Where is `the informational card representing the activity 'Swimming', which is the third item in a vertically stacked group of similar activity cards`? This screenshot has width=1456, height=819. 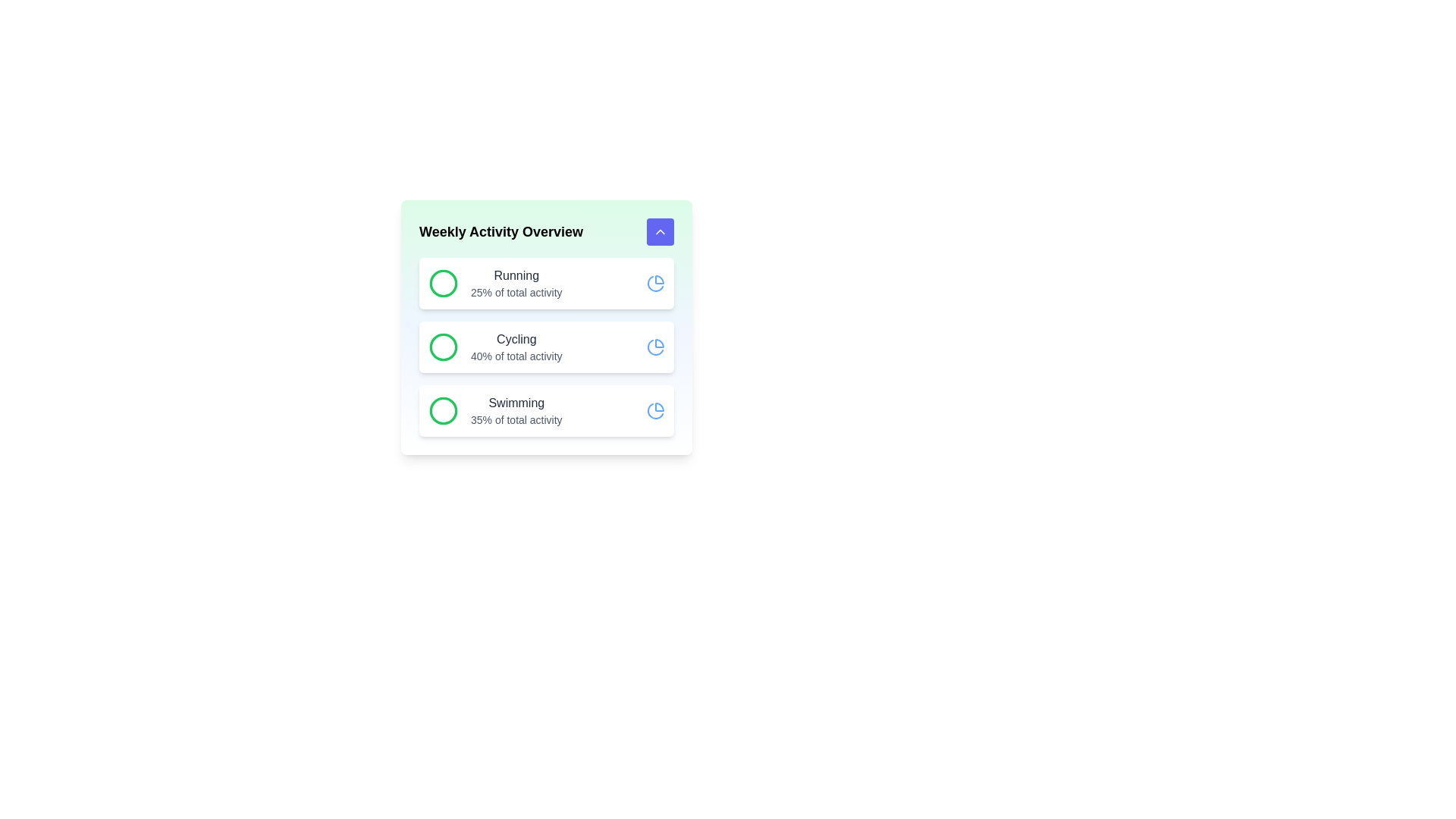
the informational card representing the activity 'Swimming', which is the third item in a vertically stacked group of similar activity cards is located at coordinates (546, 411).